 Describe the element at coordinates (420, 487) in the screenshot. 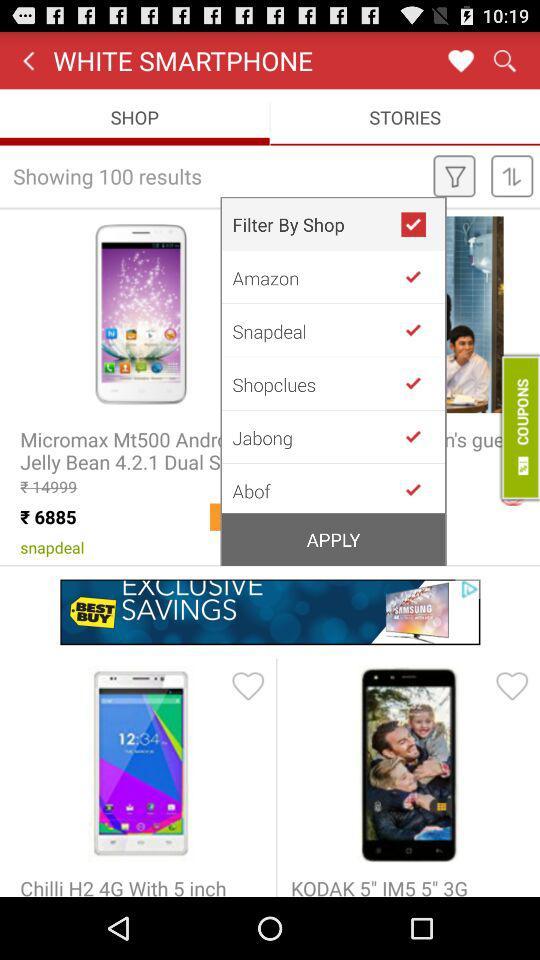

I see `the company you want to see products from` at that location.